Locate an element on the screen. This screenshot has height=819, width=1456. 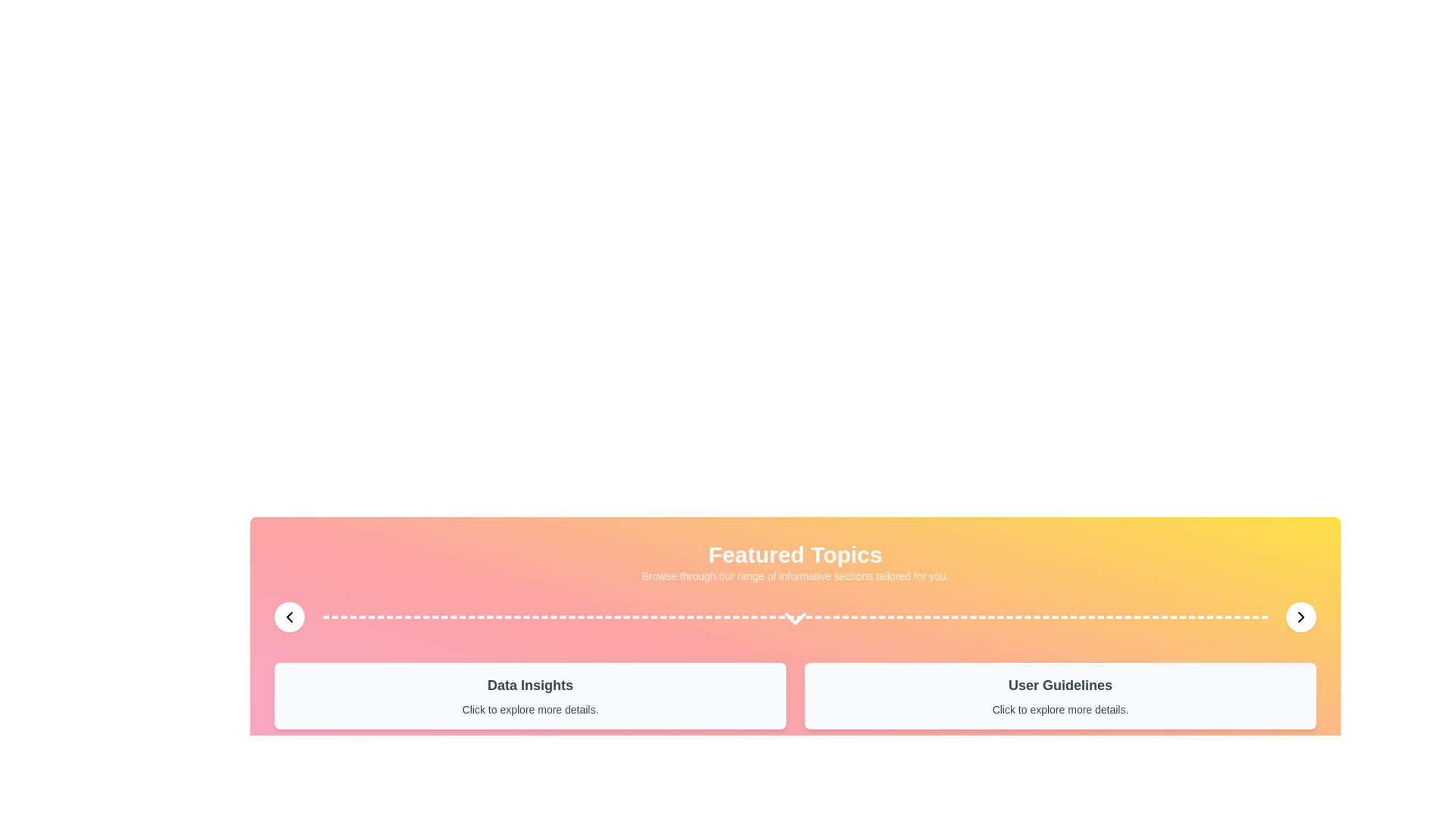
the chevron-shaped arrow icon located in the top-right corner of the featured topics bar to trigger visual feedback is located at coordinates (1301, 617).